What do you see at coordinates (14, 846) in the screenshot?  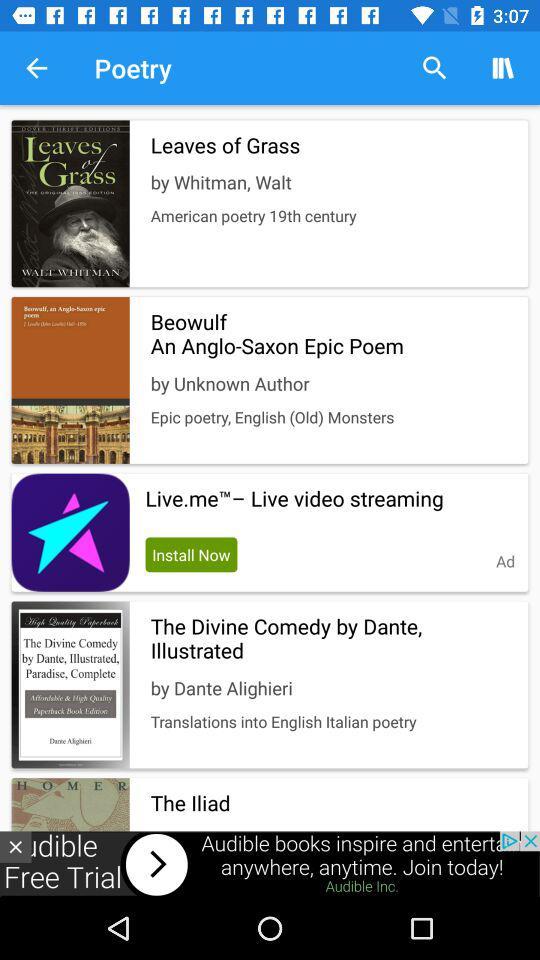 I see `the close icon` at bounding box center [14, 846].